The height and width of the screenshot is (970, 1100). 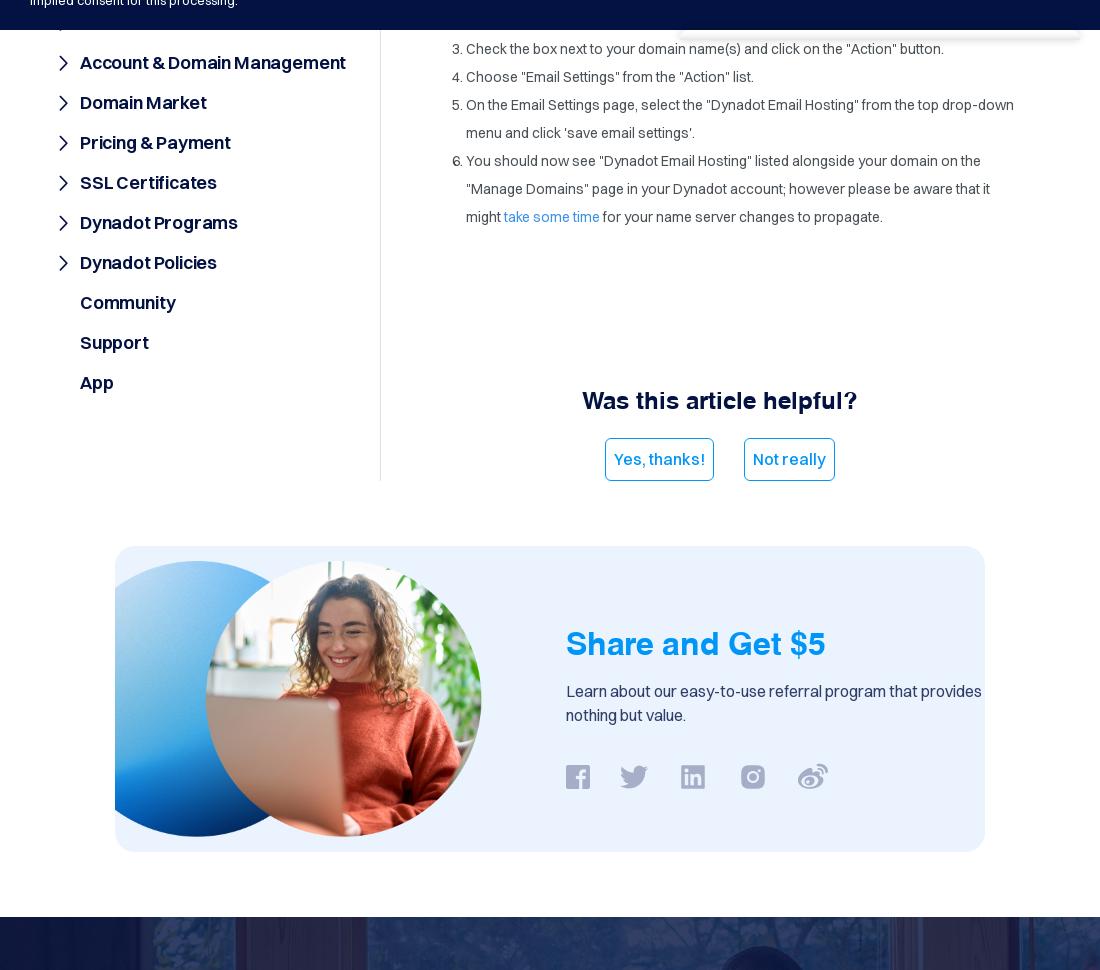 I want to click on 'Order Process', so click(x=140, y=22).